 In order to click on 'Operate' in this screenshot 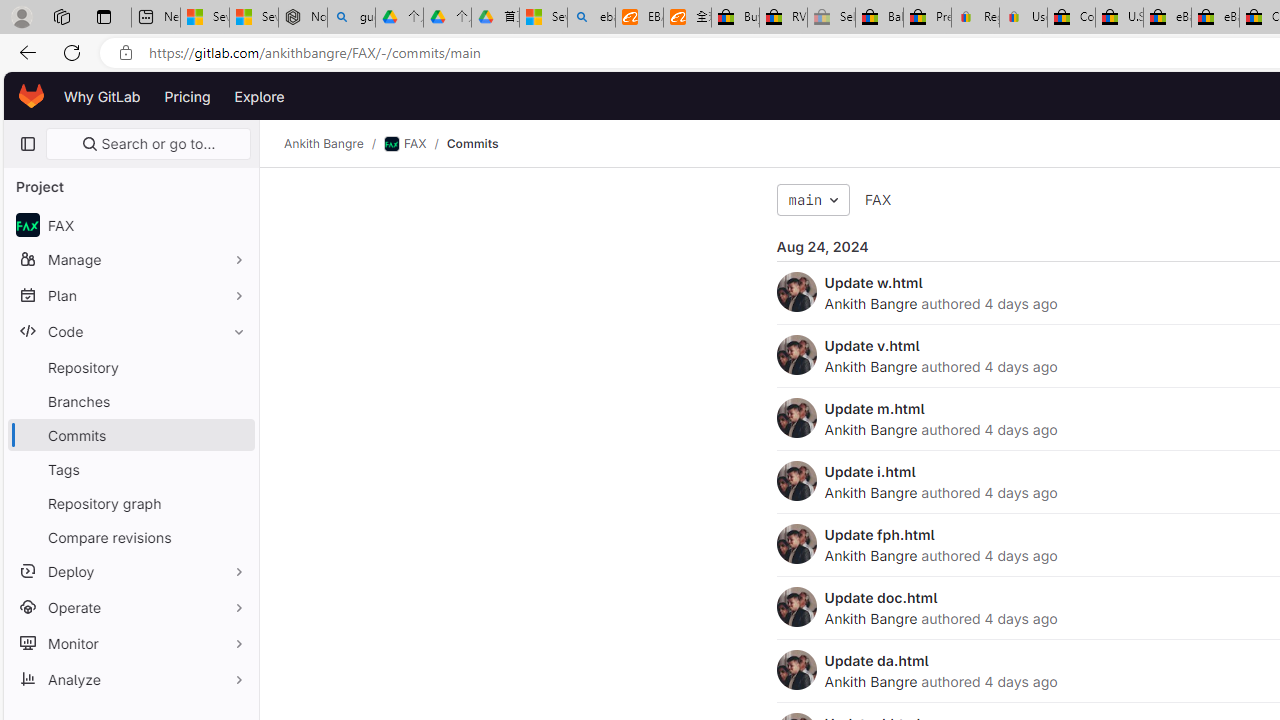, I will do `click(130, 605)`.